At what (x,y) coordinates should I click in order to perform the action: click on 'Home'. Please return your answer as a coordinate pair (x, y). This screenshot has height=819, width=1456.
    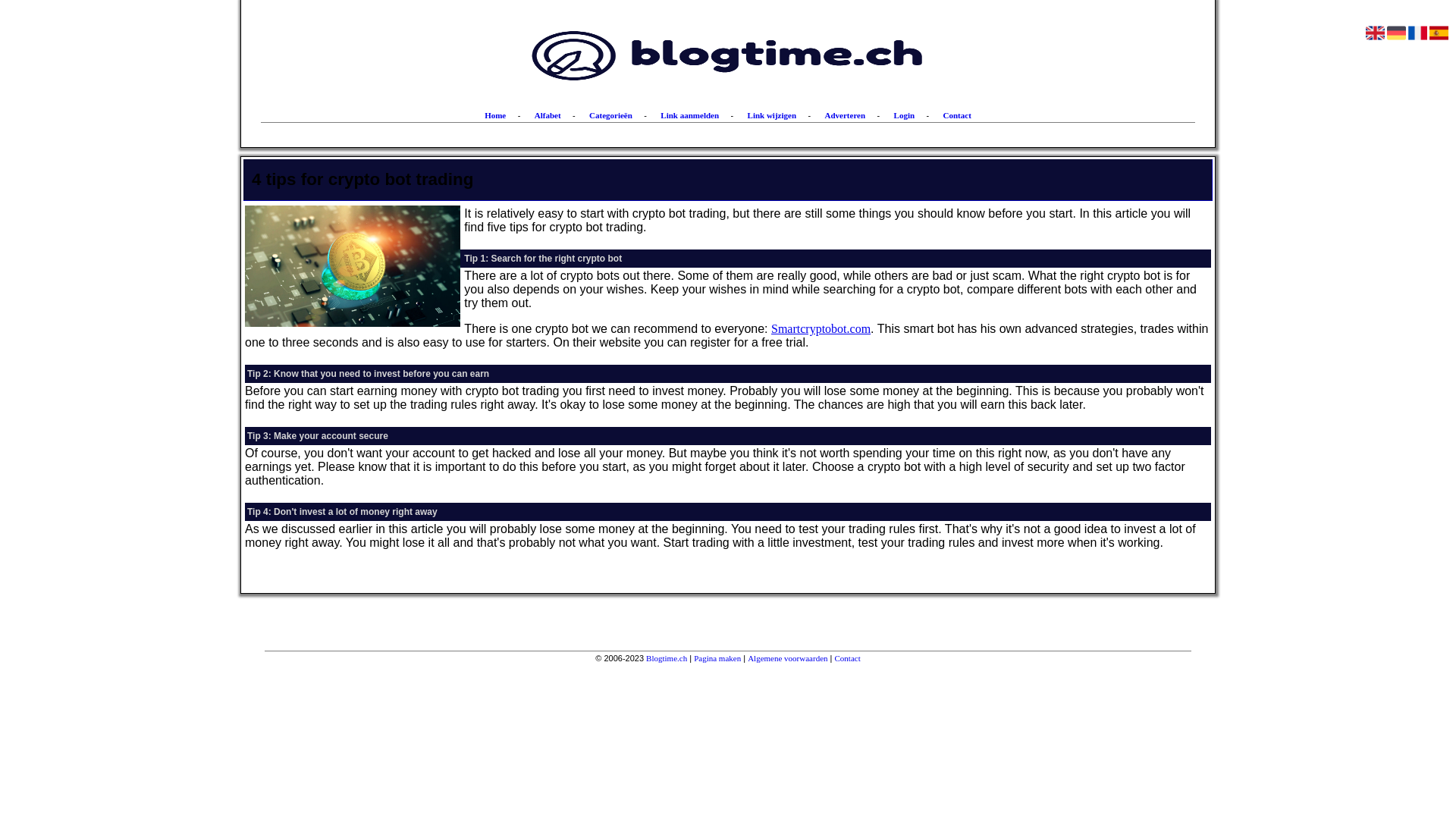
    Looking at the image, I should click on (494, 114).